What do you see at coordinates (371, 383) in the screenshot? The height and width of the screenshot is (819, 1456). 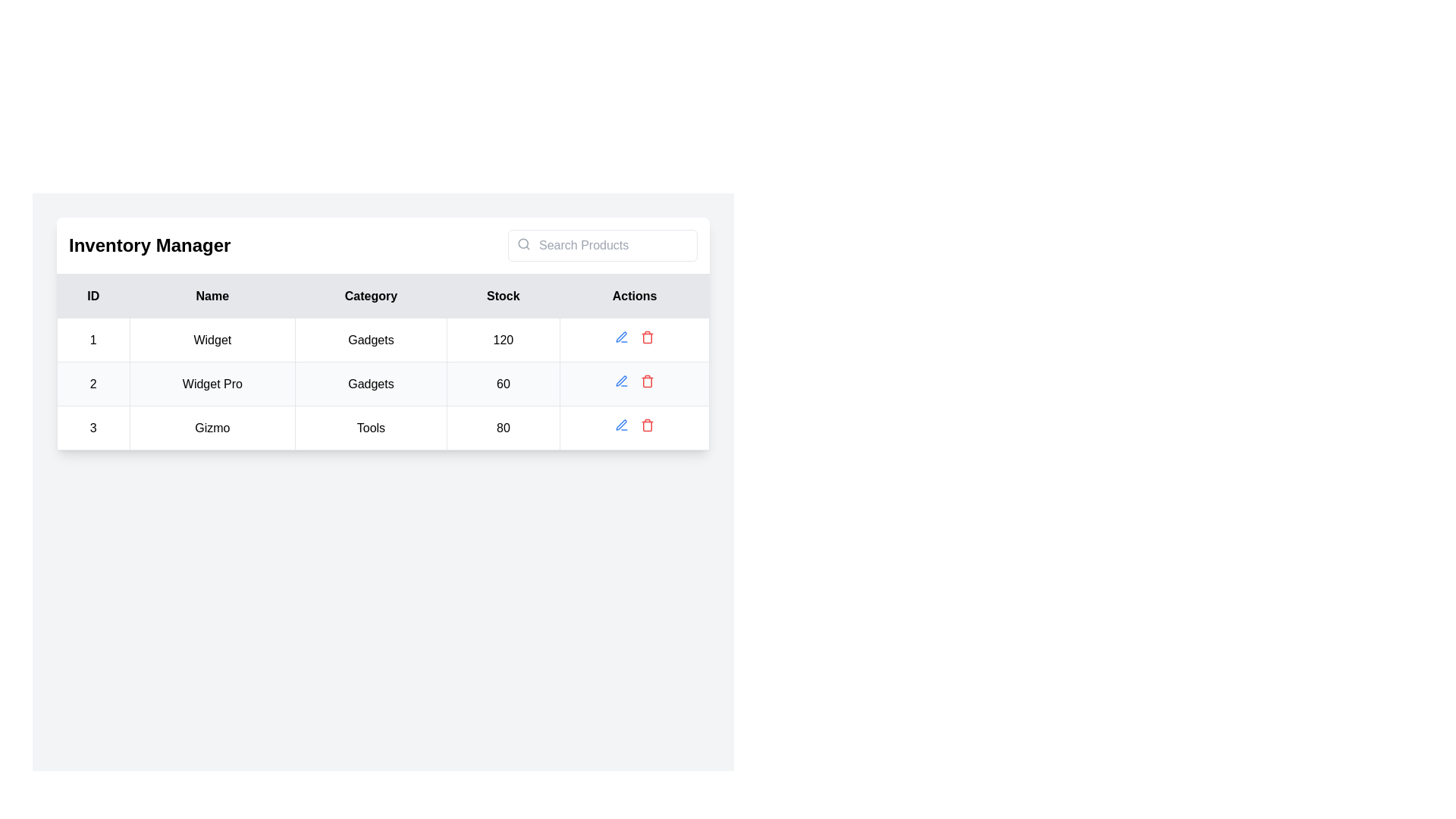 I see `the text label reading 'Gadgets' which is located in the 'Category' column of the second row in the table, adjacent to 'Widget Pro' in the 'Name' column and '60' in the 'Stock' column` at bounding box center [371, 383].